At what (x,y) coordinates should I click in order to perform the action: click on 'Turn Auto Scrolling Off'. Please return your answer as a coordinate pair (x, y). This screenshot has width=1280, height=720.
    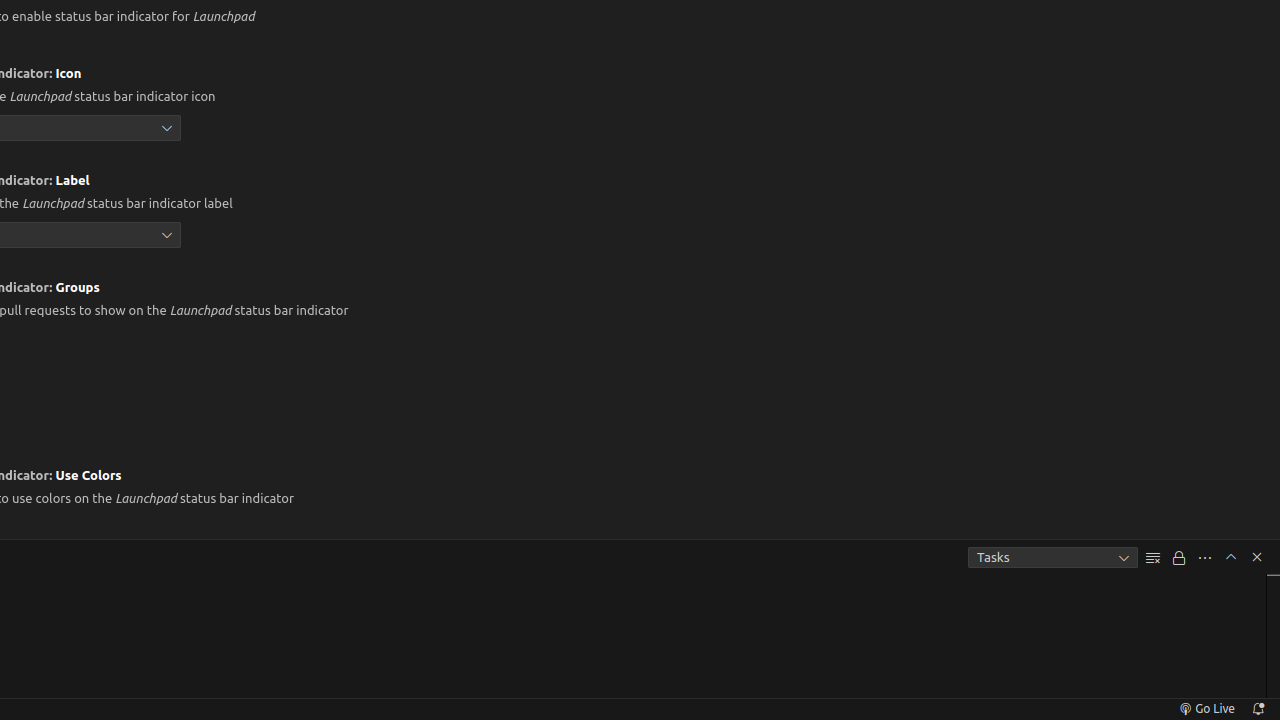
    Looking at the image, I should click on (1179, 557).